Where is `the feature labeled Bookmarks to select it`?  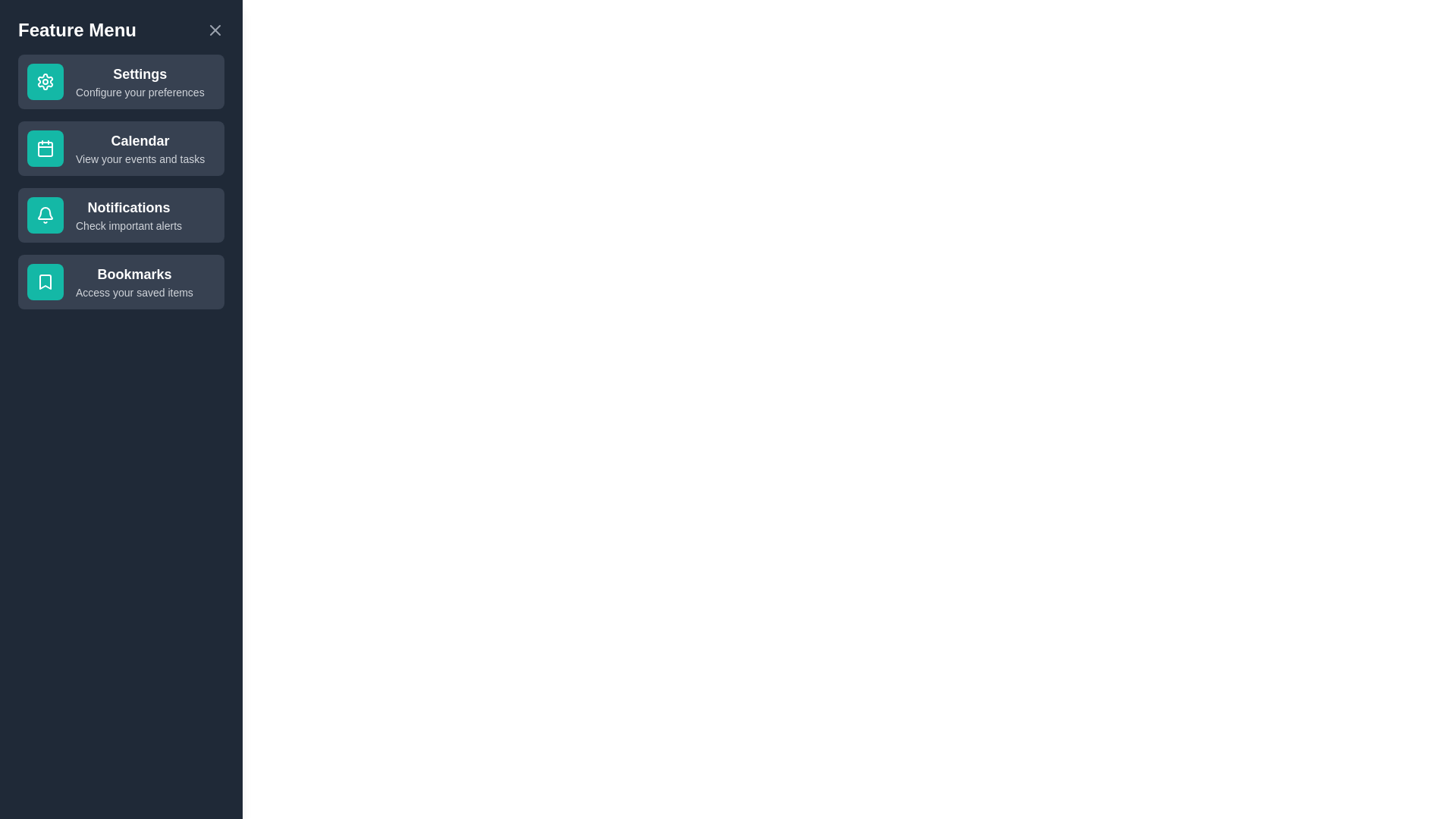 the feature labeled Bookmarks to select it is located at coordinates (120, 281).